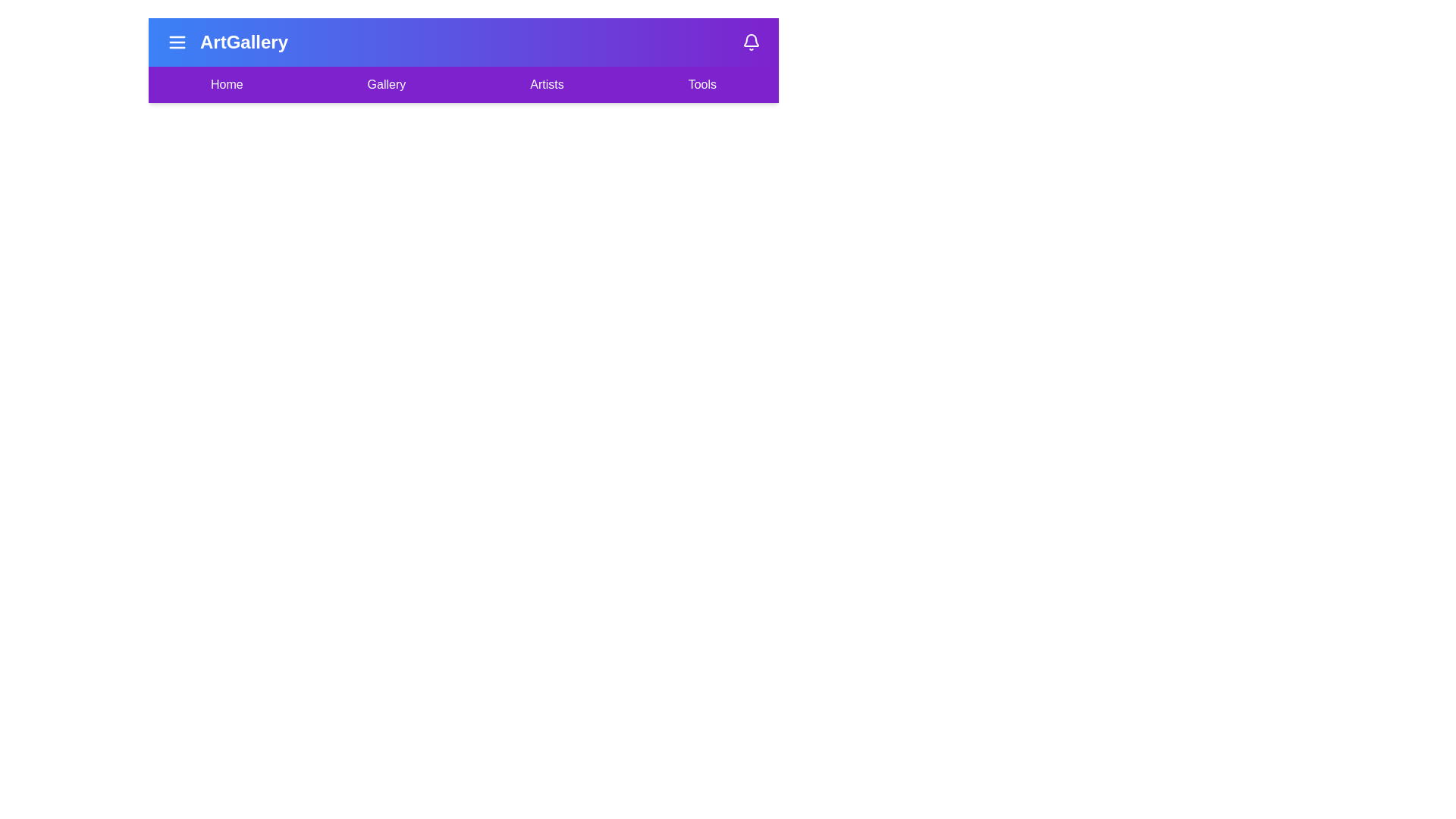 The height and width of the screenshot is (819, 1456). What do you see at coordinates (386, 84) in the screenshot?
I see `the menu item Gallery to observe its hover effect` at bounding box center [386, 84].